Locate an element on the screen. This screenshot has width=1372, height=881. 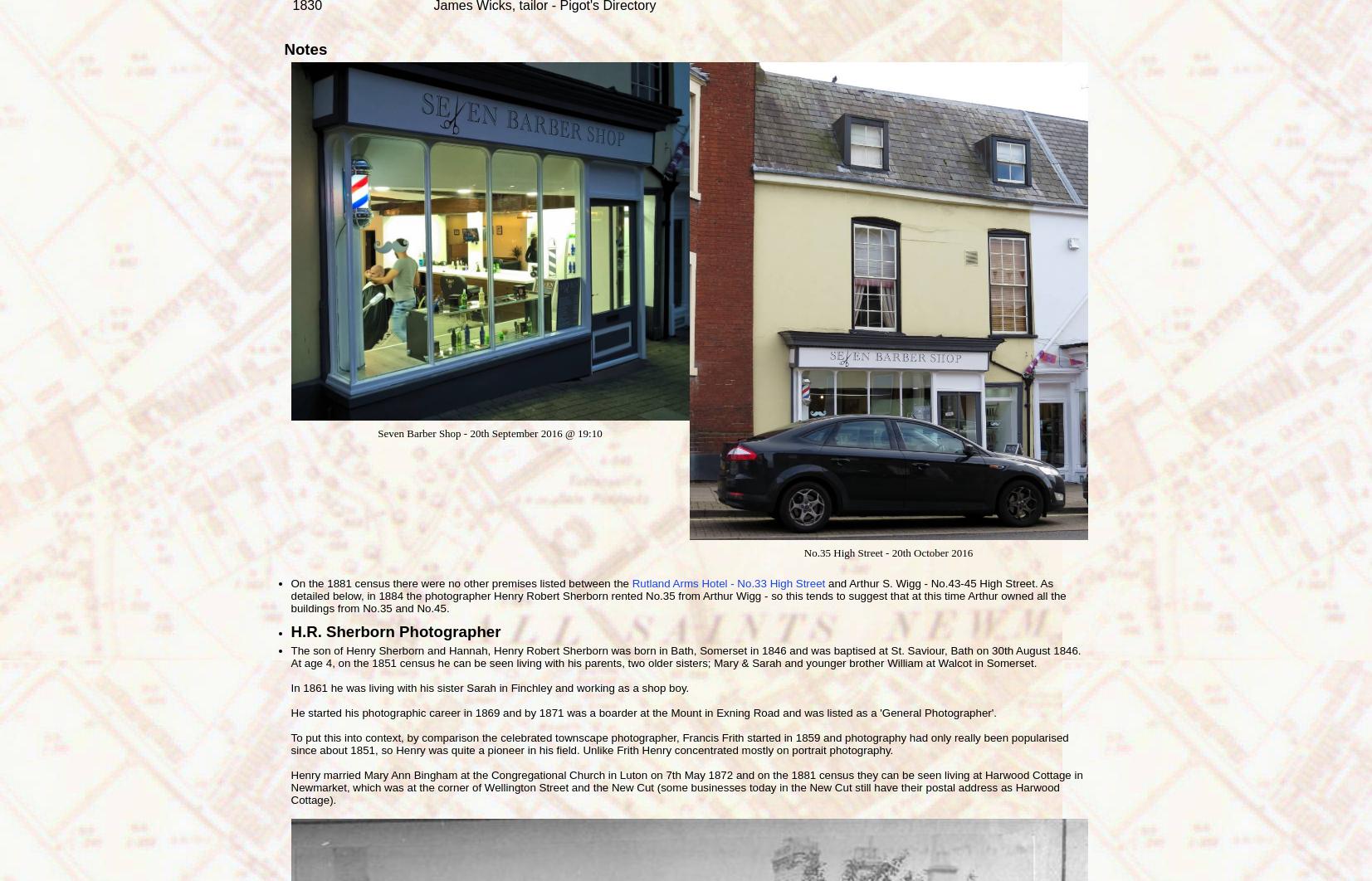
'To put this into context, by comparison the celebrated townscape                             
              photographer, Francis Frith started in 1859 and photography had                             
              only really been popularised since about 1851, so Henry was quite                             
              a pioneer in his field. Unlike Frith Henry concentrated mostly on                             
              portrait photography.' is located at coordinates (678, 742).